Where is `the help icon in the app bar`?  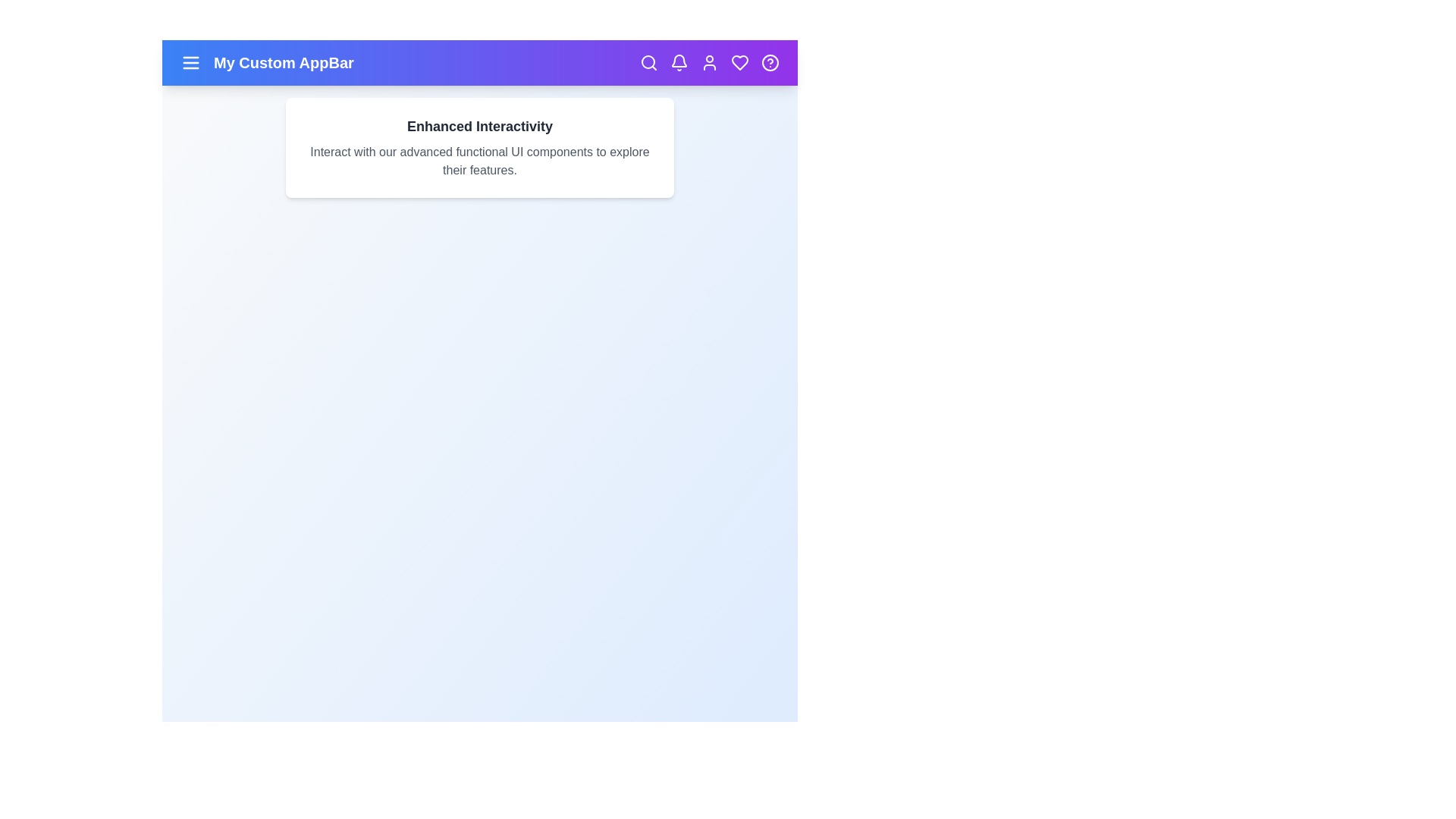
the help icon in the app bar is located at coordinates (770, 62).